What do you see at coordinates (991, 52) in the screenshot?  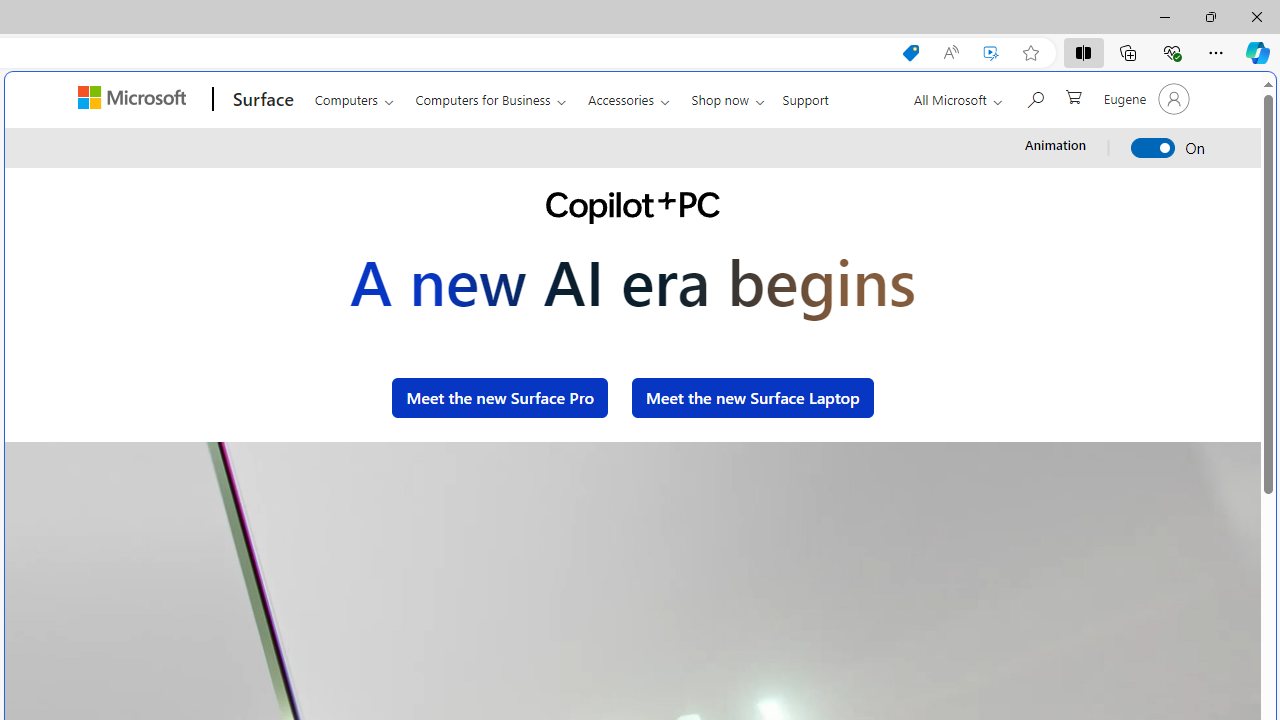 I see `'Enhance video'` at bounding box center [991, 52].